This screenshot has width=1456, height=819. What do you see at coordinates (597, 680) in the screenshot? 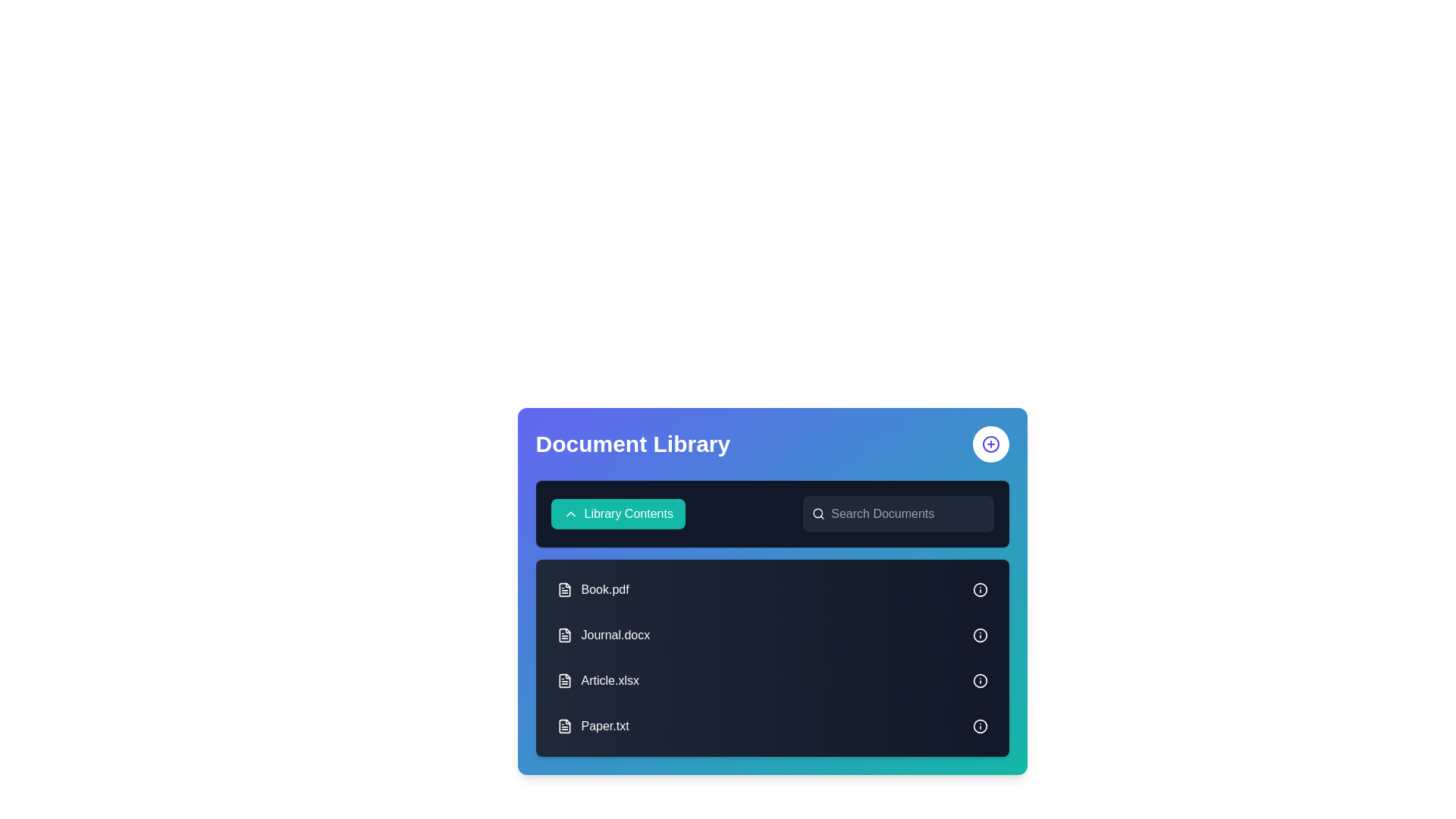
I see `the 'Article.xlsx' file element, which is displayed with a white text and an icon on a dark background` at bounding box center [597, 680].